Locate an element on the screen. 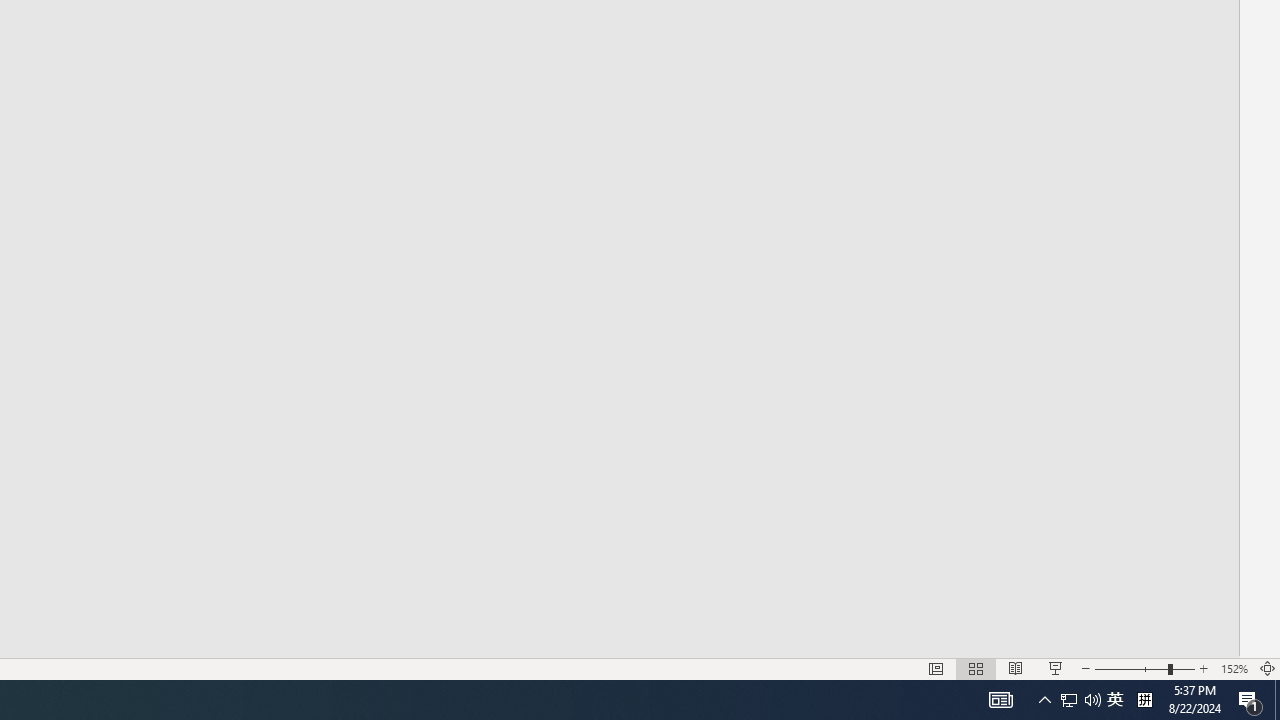 This screenshot has height=720, width=1280. 'Zoom' is located at coordinates (1144, 669).